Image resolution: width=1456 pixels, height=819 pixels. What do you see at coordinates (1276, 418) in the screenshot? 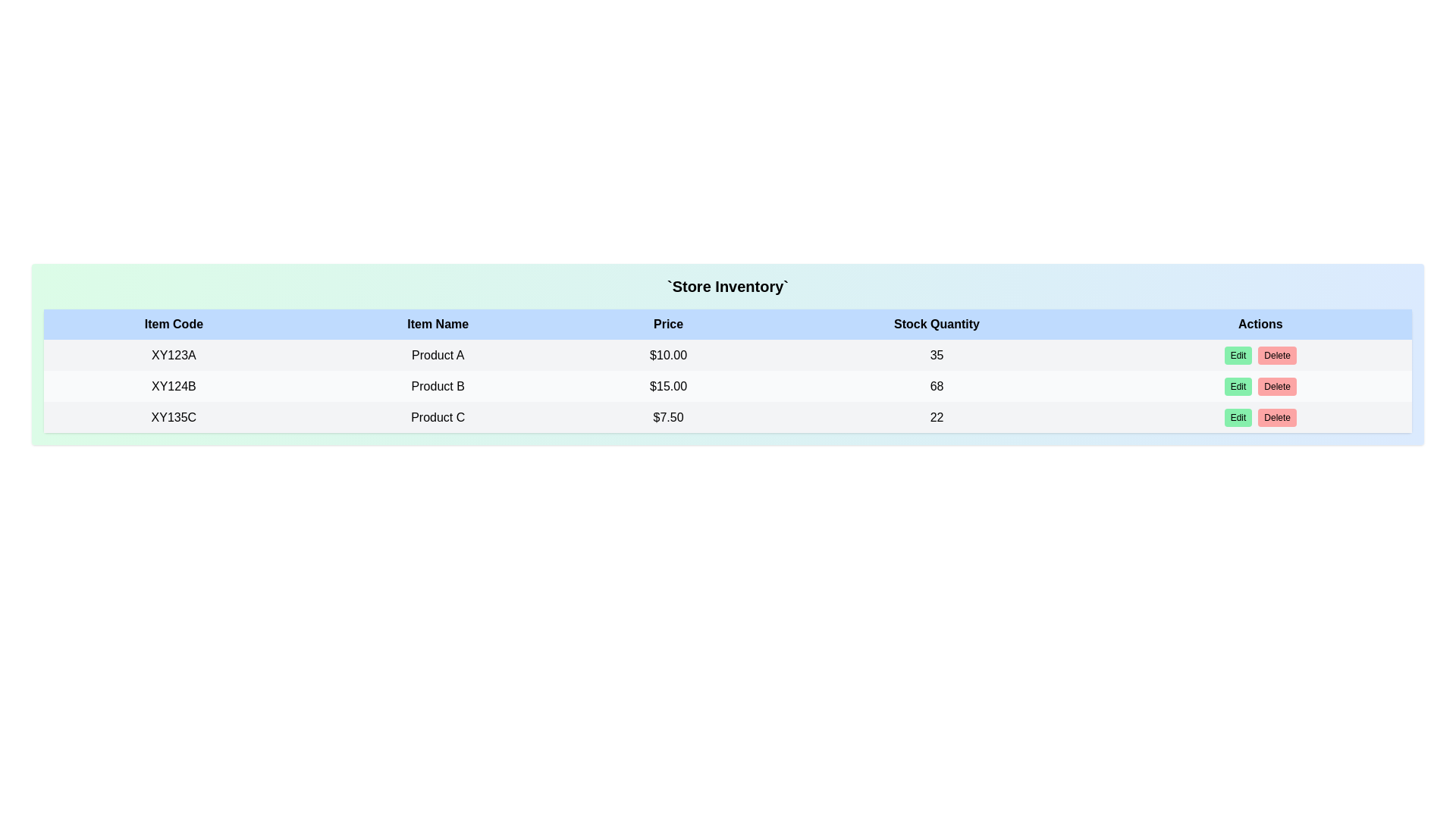
I see `the 'Delete' button located in the rightmost column of the last row in the table to observe the color change` at bounding box center [1276, 418].